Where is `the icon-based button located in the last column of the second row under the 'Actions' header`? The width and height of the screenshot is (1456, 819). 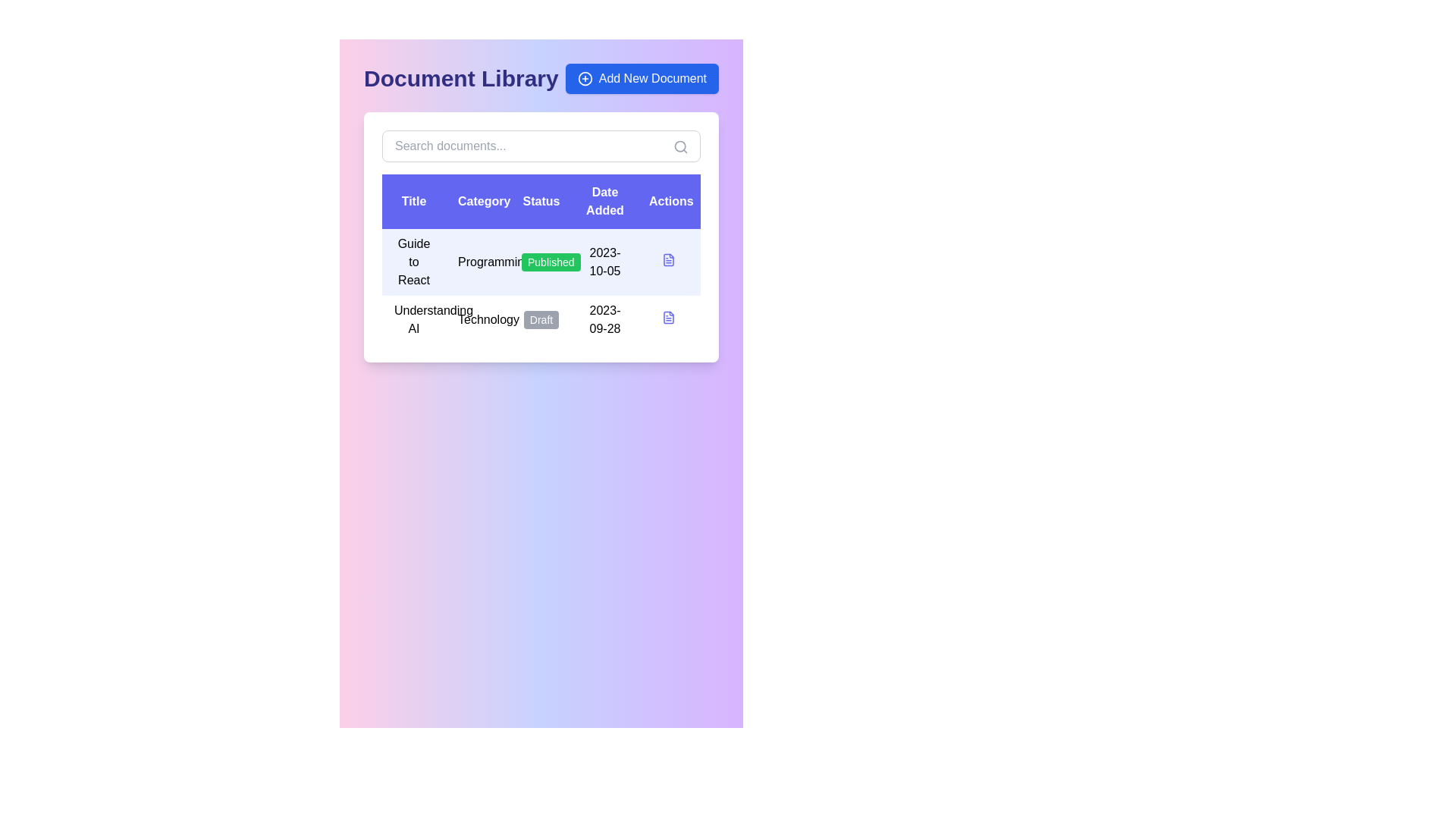
the icon-based button located in the last column of the second row under the 'Actions' header is located at coordinates (668, 318).